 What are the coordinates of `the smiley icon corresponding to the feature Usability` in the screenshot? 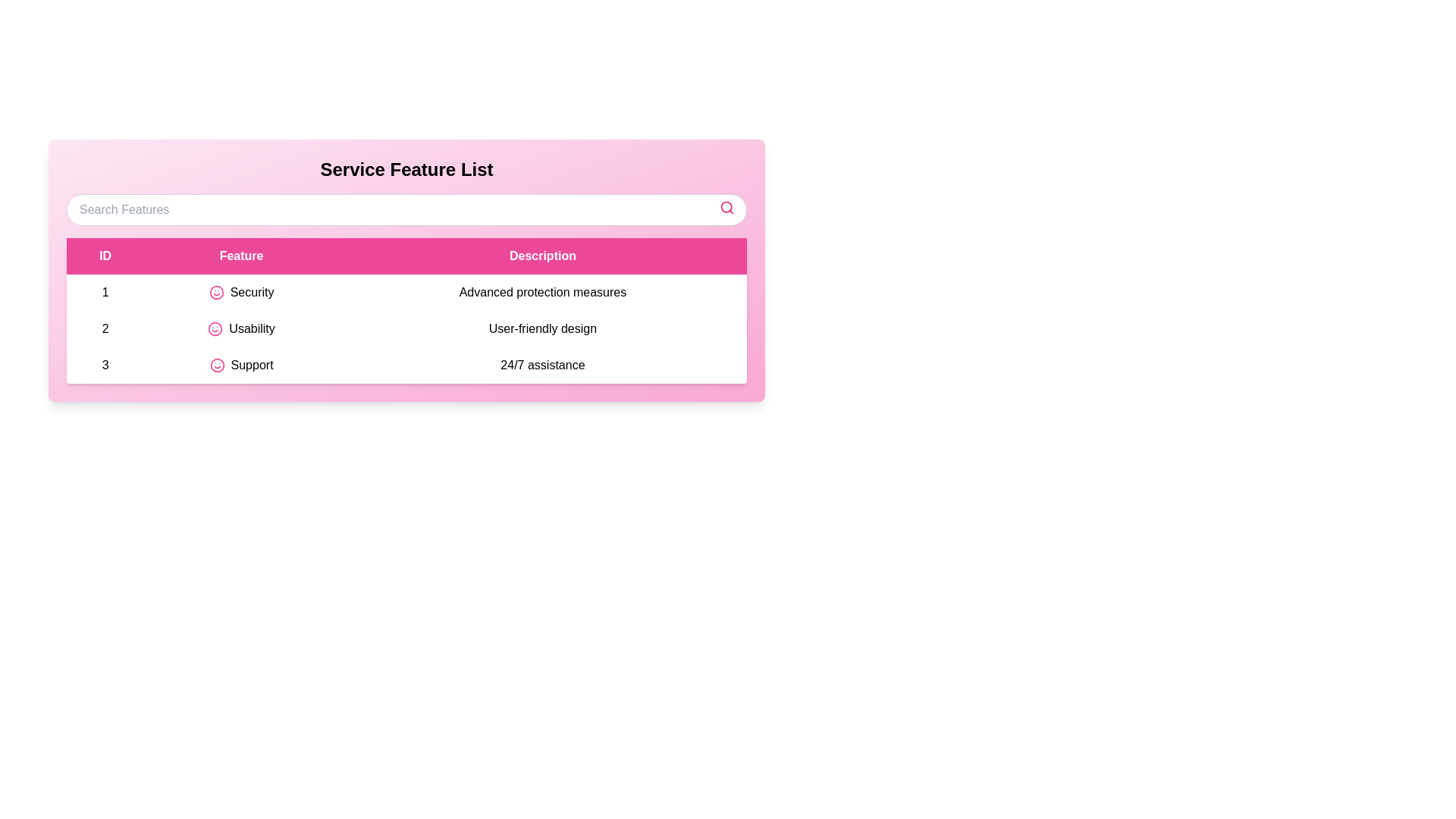 It's located at (215, 328).